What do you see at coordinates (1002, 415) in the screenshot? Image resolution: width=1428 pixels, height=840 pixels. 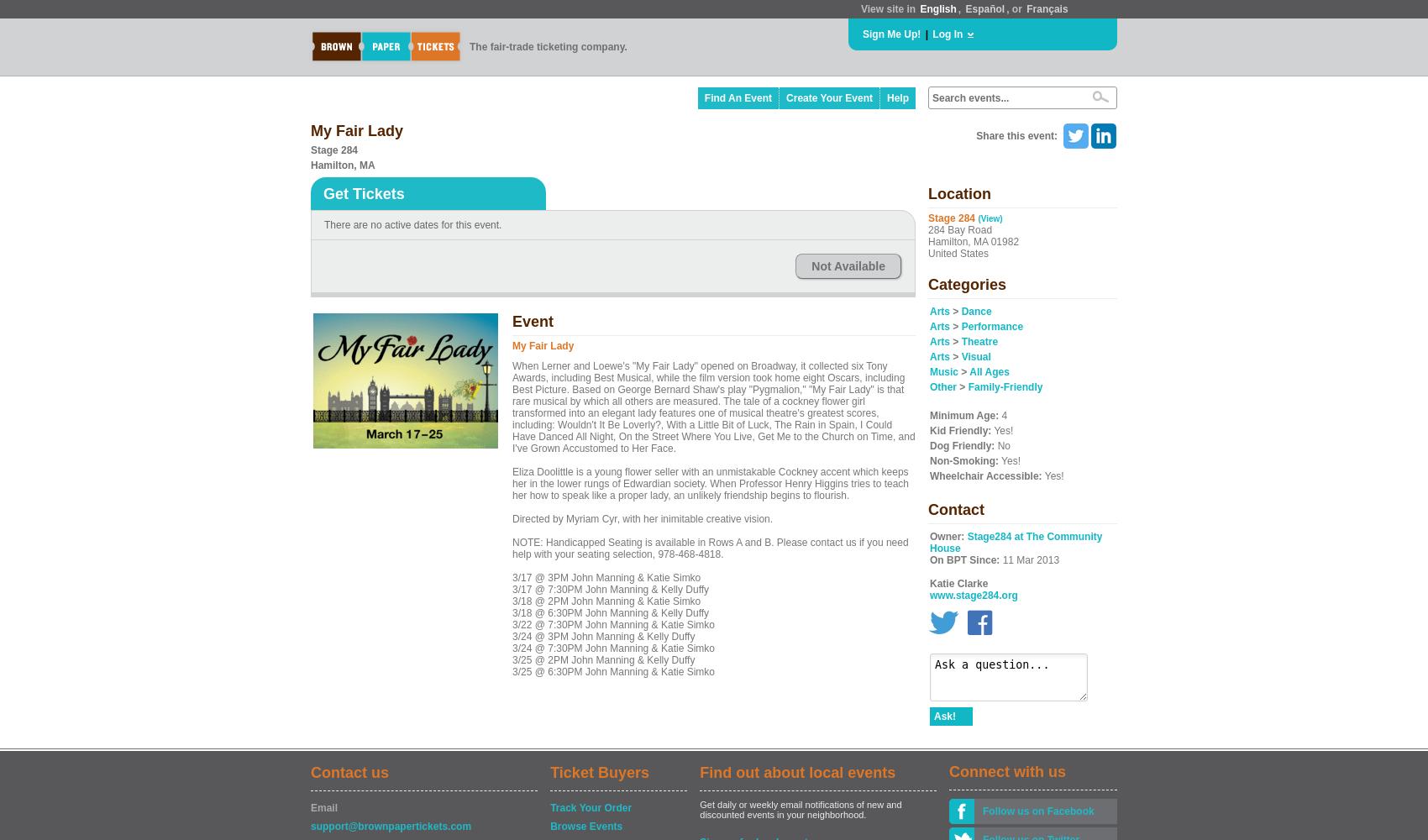 I see `'4'` at bounding box center [1002, 415].